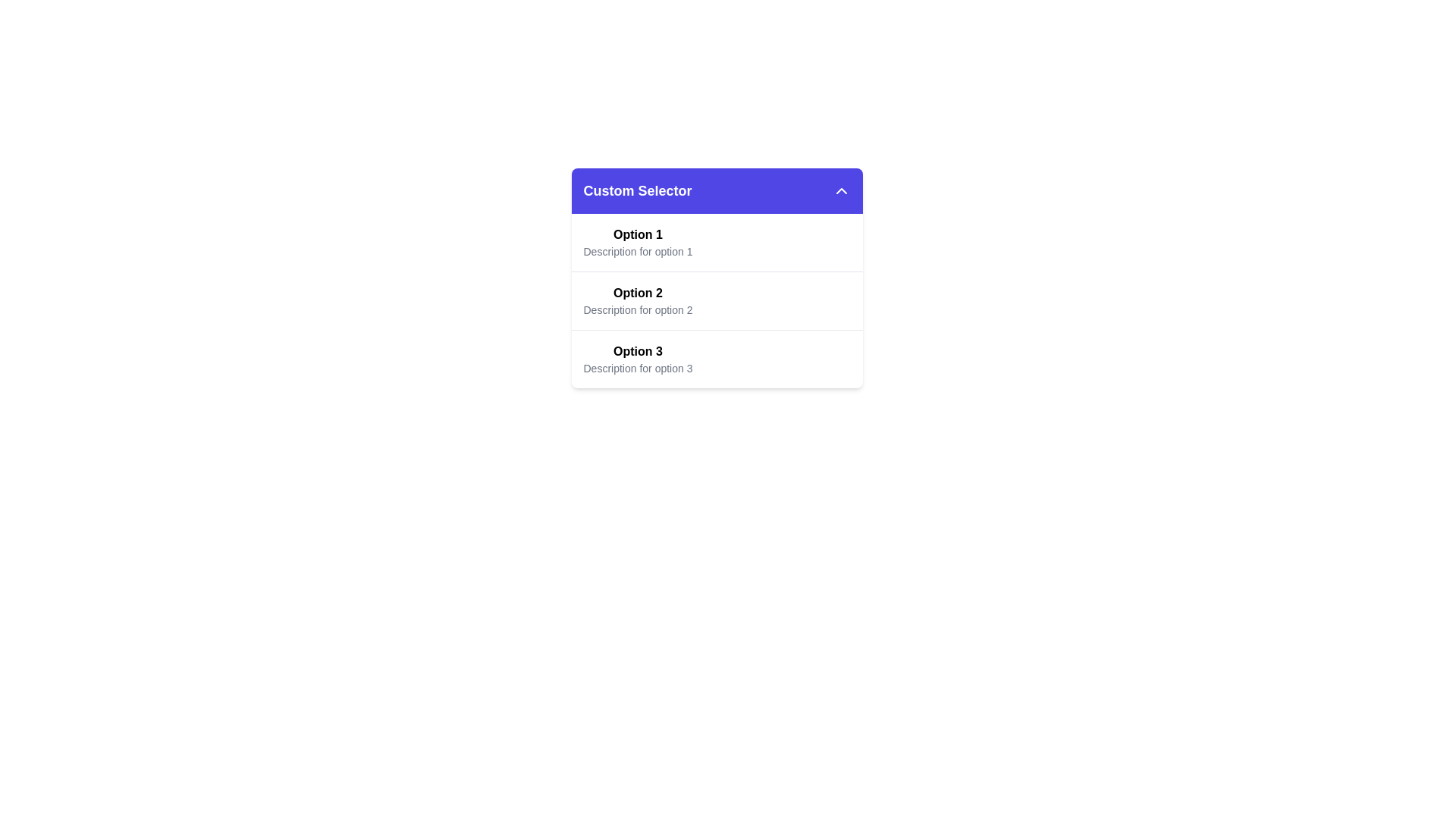  Describe the element at coordinates (638, 293) in the screenshot. I see `the bold text label displaying 'Option 2'` at that location.